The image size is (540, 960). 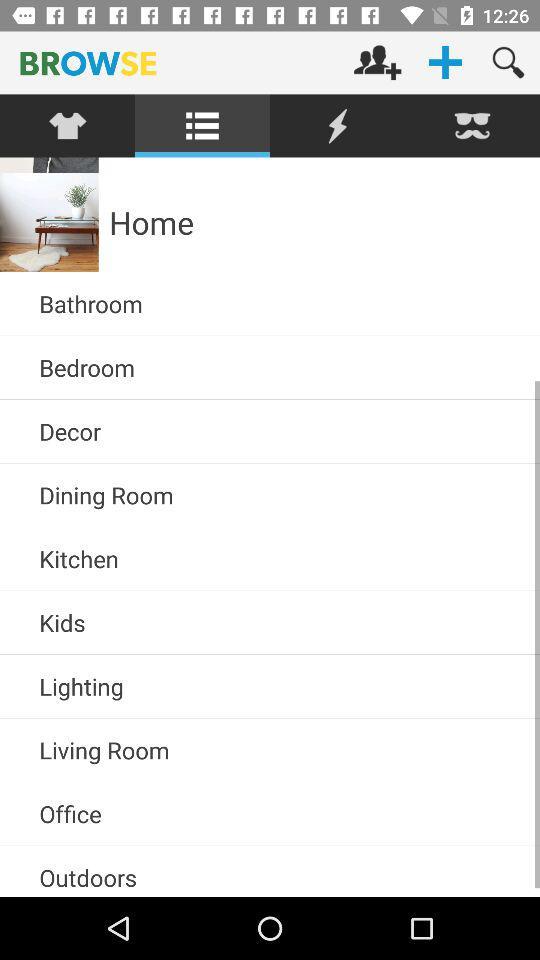 What do you see at coordinates (202, 125) in the screenshot?
I see `click menu option` at bounding box center [202, 125].